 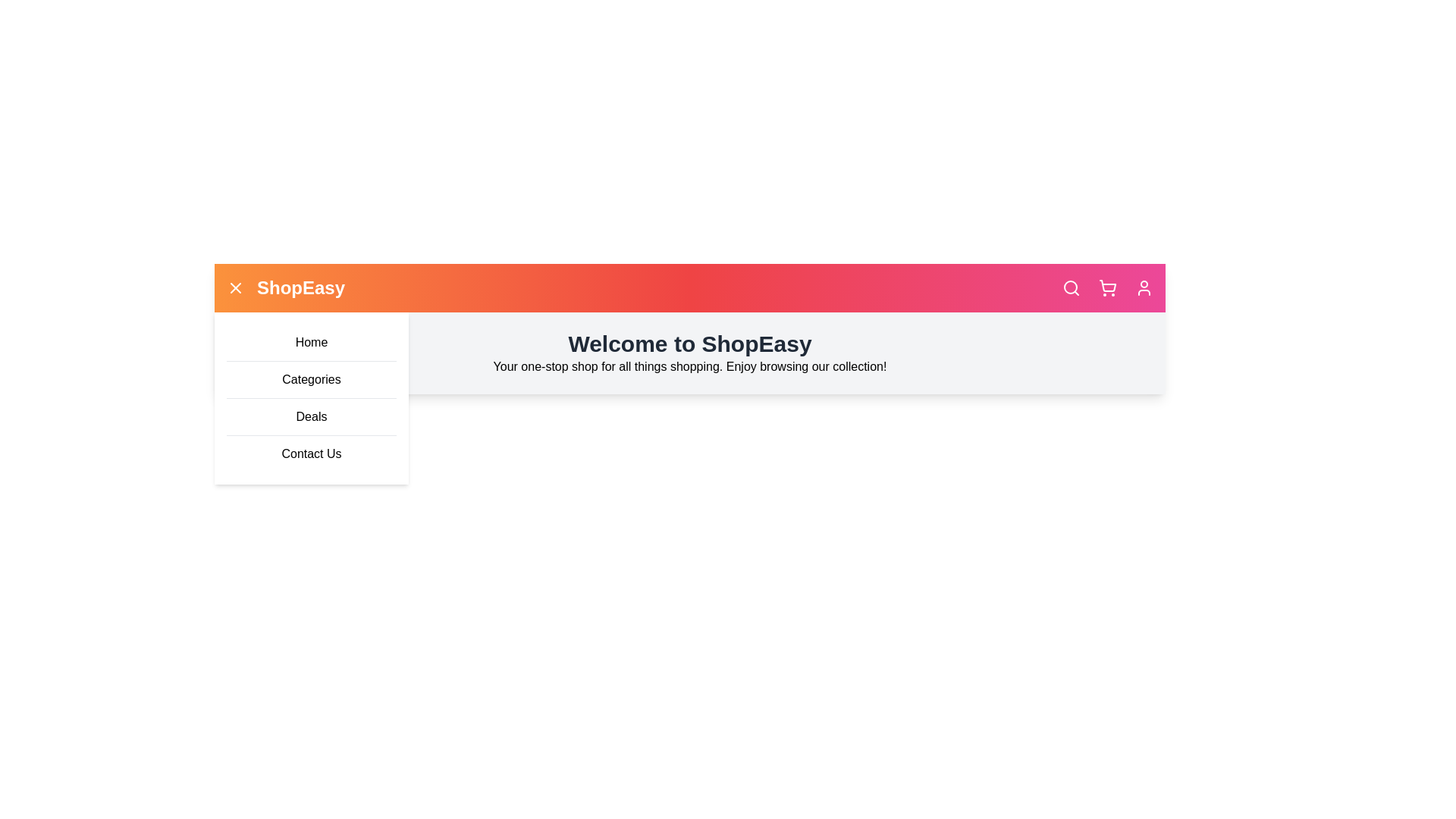 I want to click on the rightmost icon button in the header bar, so click(x=1144, y=288).